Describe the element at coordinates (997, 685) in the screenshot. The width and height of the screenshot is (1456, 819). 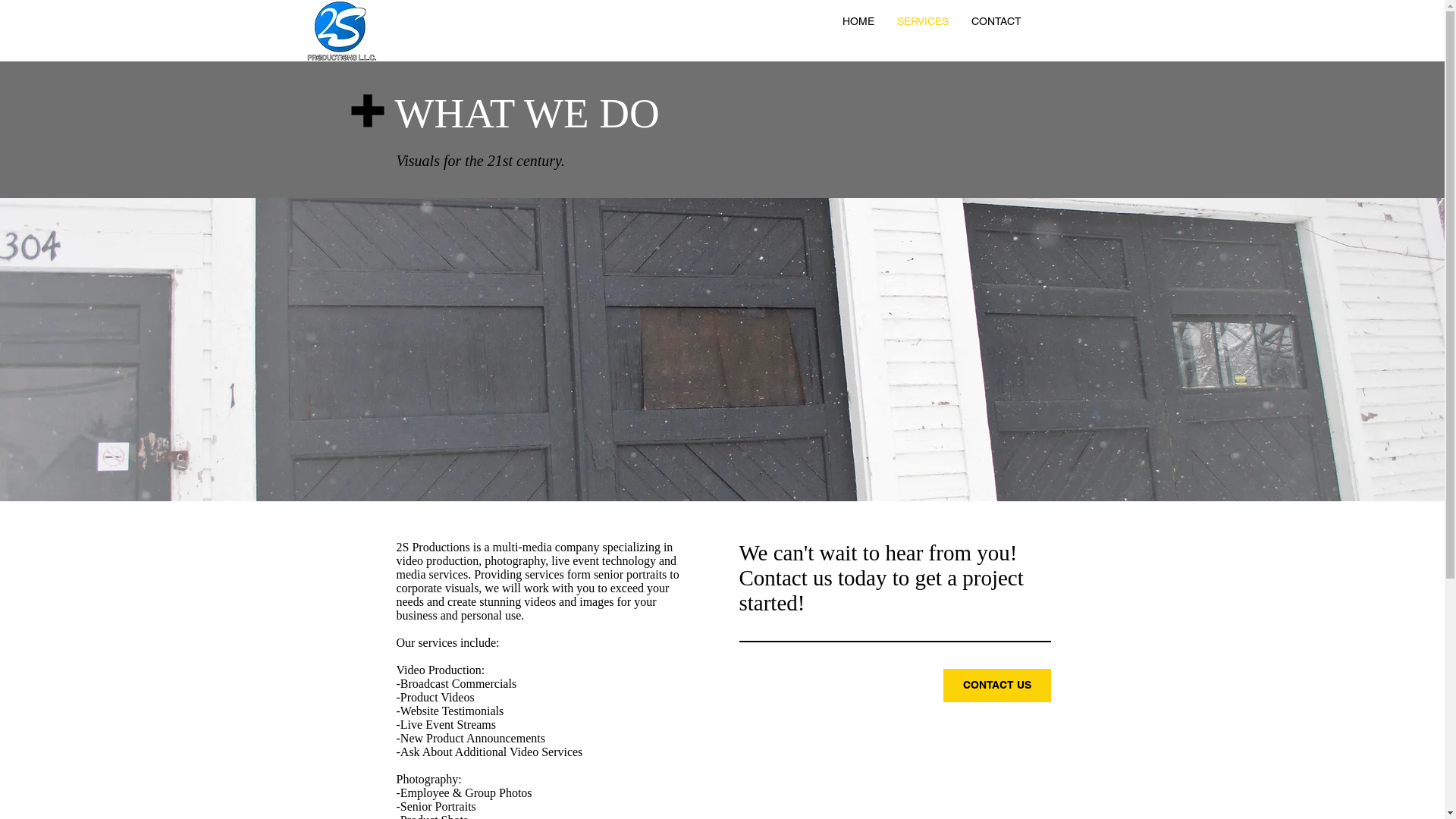
I see `'CONTACT US'` at that location.